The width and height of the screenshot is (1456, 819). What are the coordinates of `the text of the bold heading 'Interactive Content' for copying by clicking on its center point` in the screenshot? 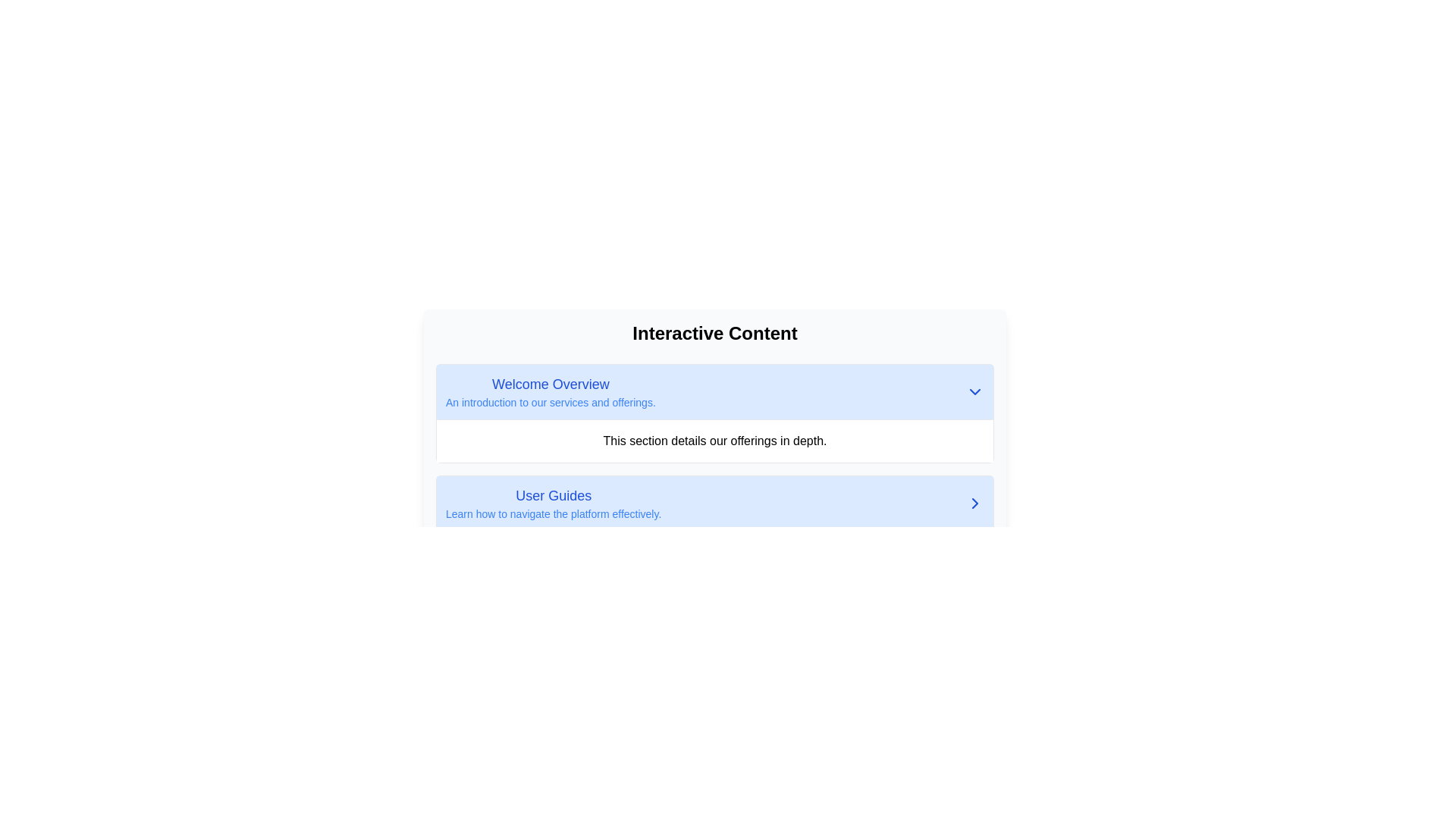 It's located at (714, 332).